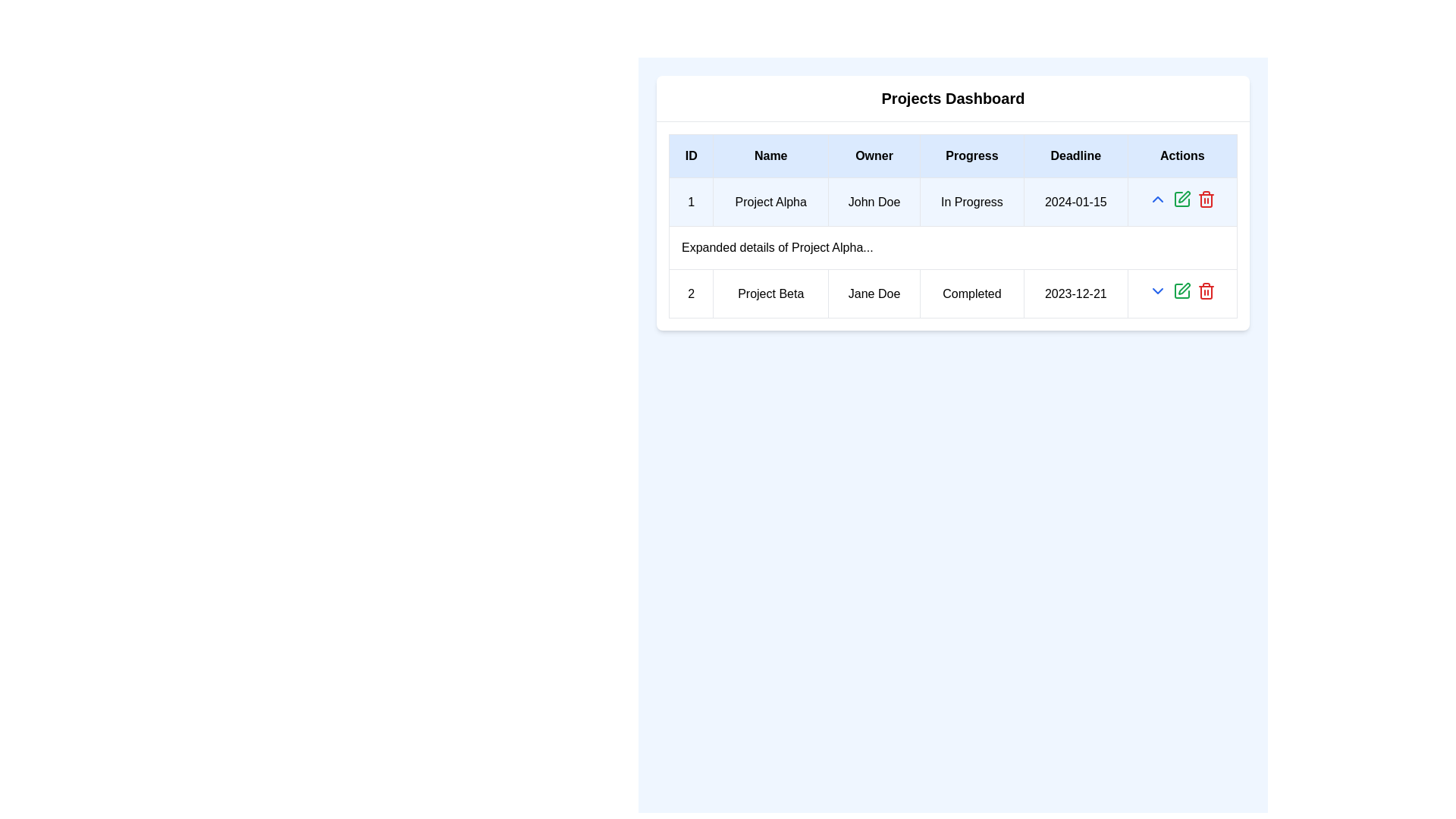  I want to click on the dropdown toggler button located in the 'Actions' column of the second row in the table, positioned between the green pencil icon and the red trash bin icon, so click(1157, 291).